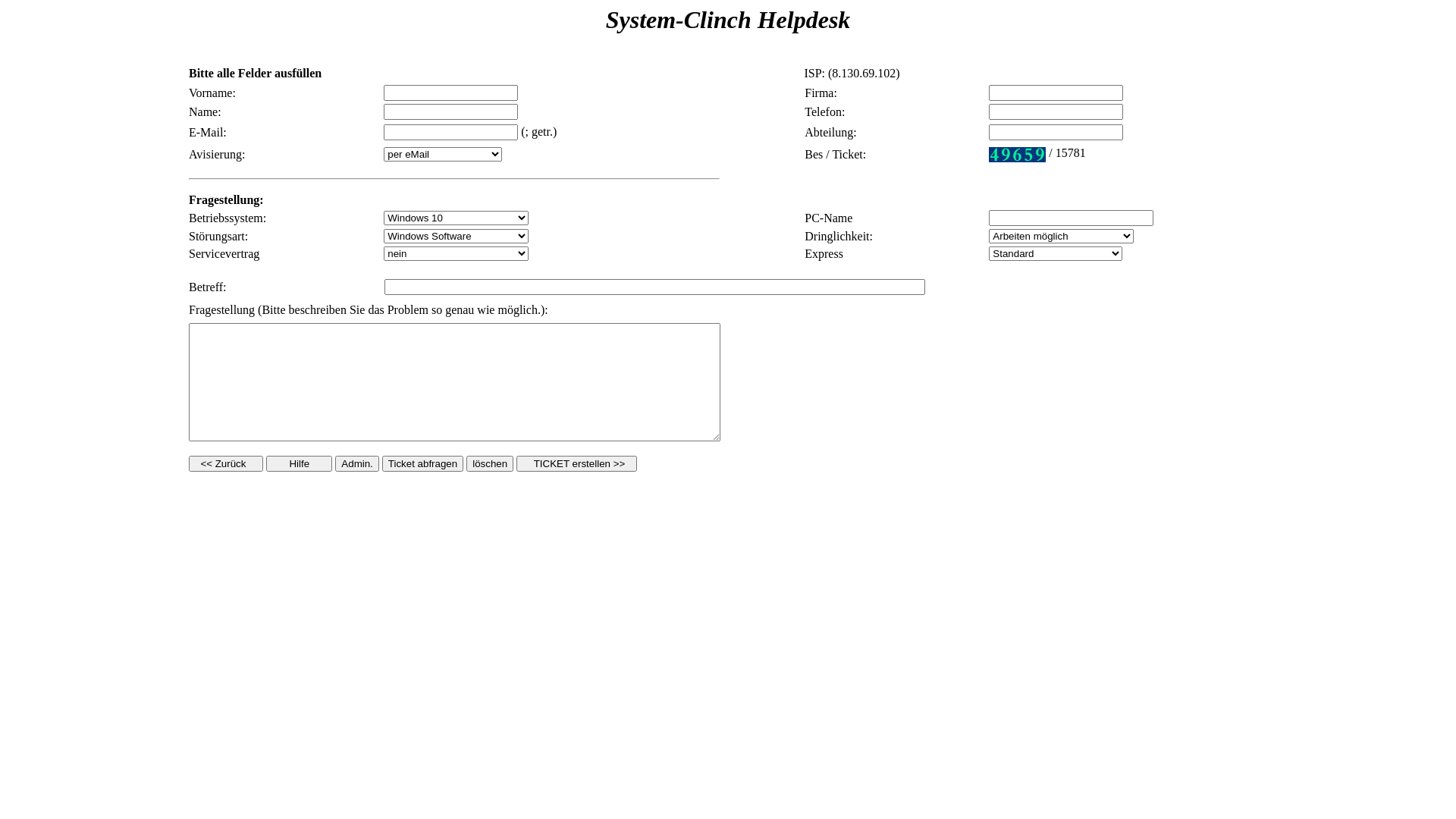 This screenshot has height=819, width=1456. What do you see at coordinates (356, 462) in the screenshot?
I see `'Admin.'` at bounding box center [356, 462].